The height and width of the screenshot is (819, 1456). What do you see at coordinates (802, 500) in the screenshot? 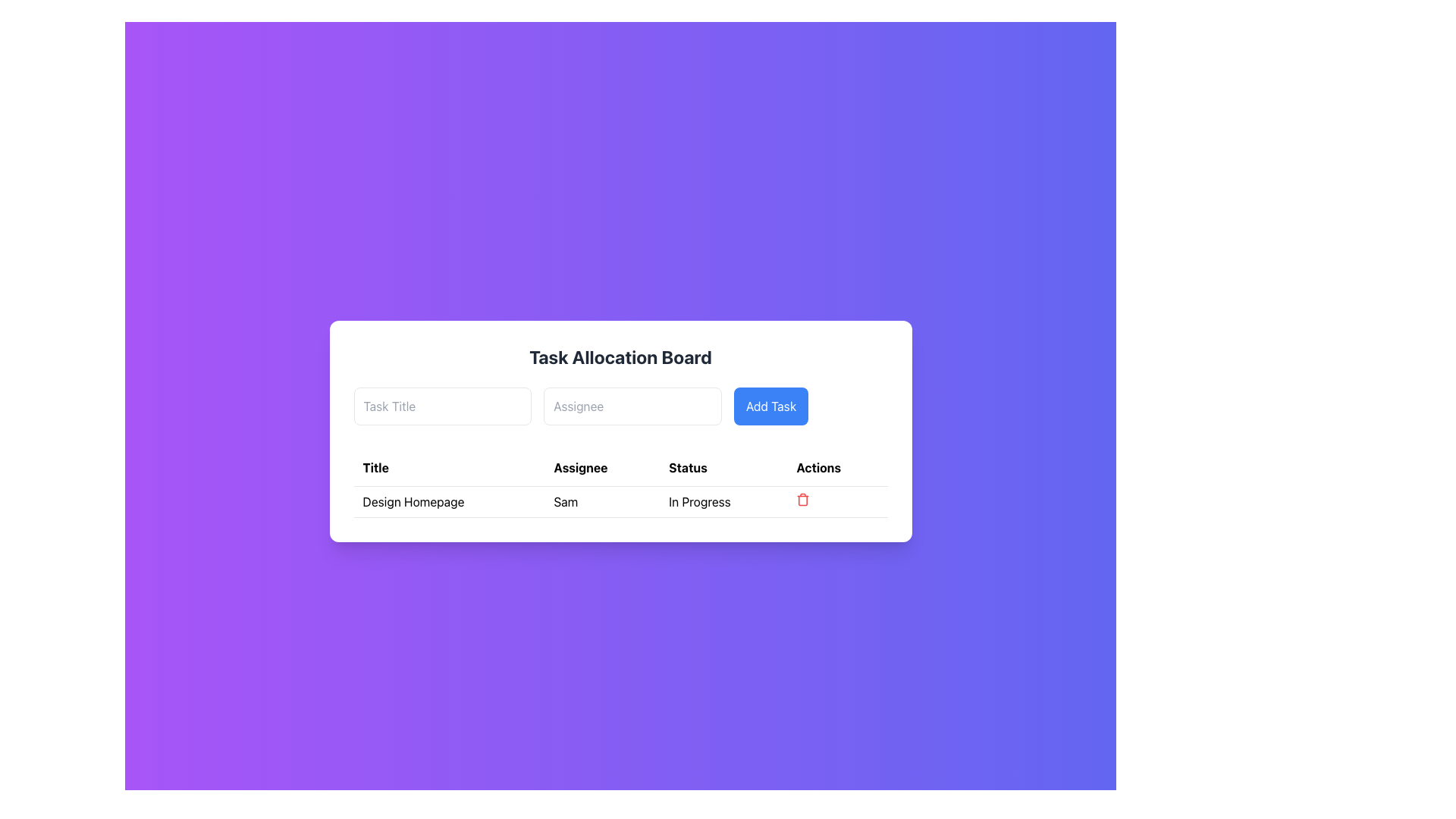
I see `the trash bin icon in the 'Actions' column of the table row, which indicates a delete action` at bounding box center [802, 500].